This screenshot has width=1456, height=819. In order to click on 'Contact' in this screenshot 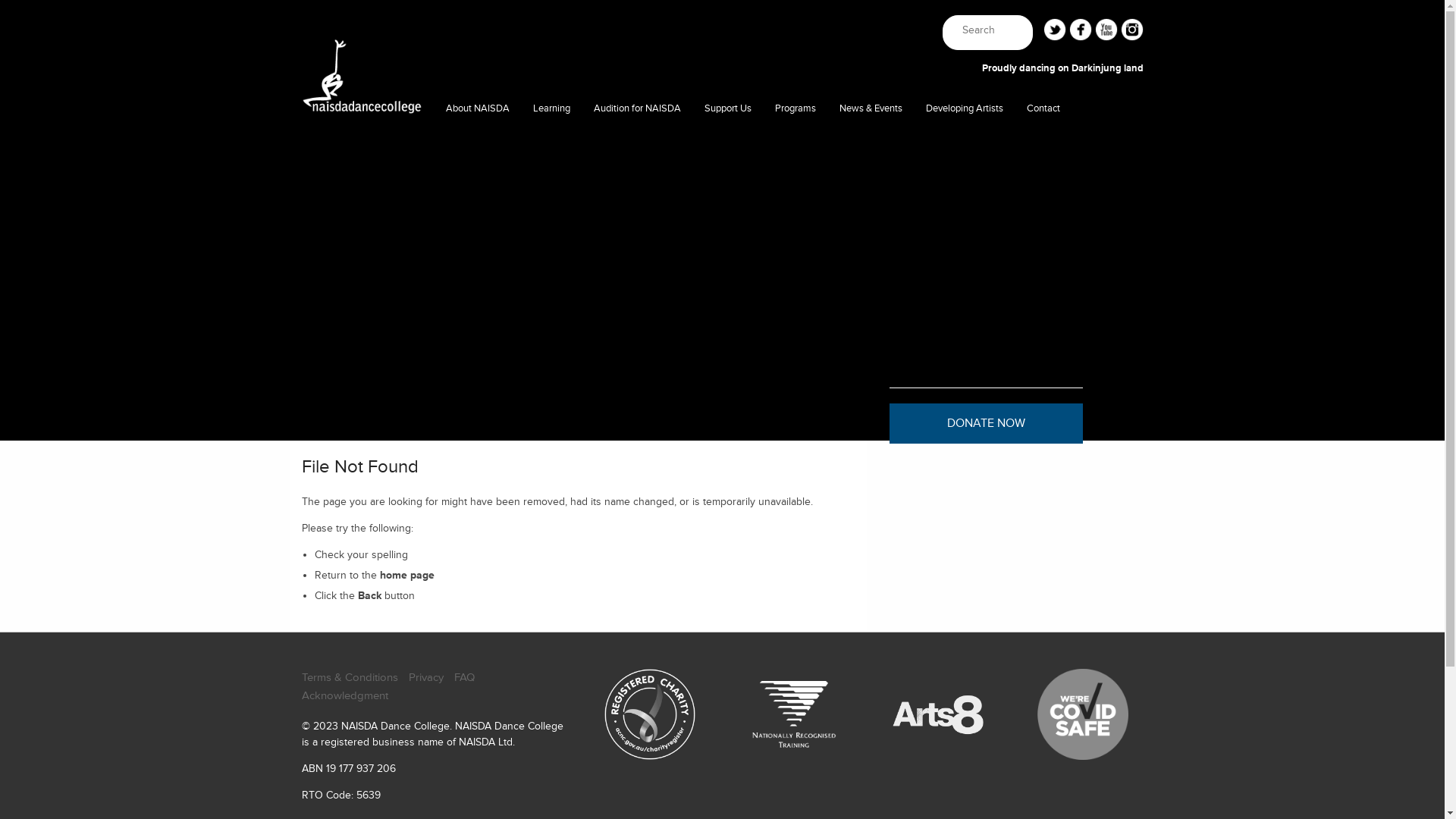, I will do `click(1043, 140)`.